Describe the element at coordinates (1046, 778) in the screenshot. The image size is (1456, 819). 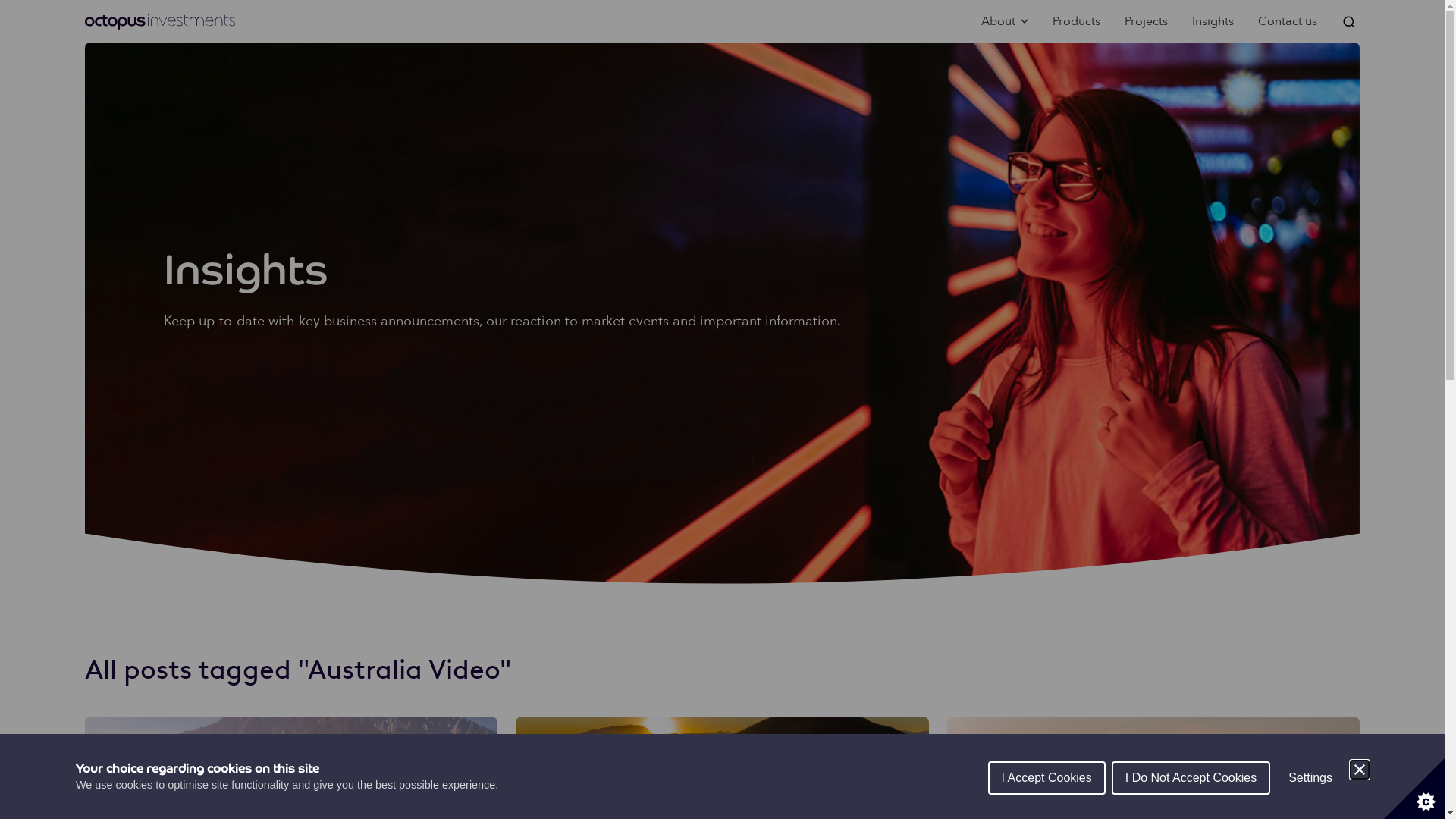
I see `'I Accept Cookies'` at that location.